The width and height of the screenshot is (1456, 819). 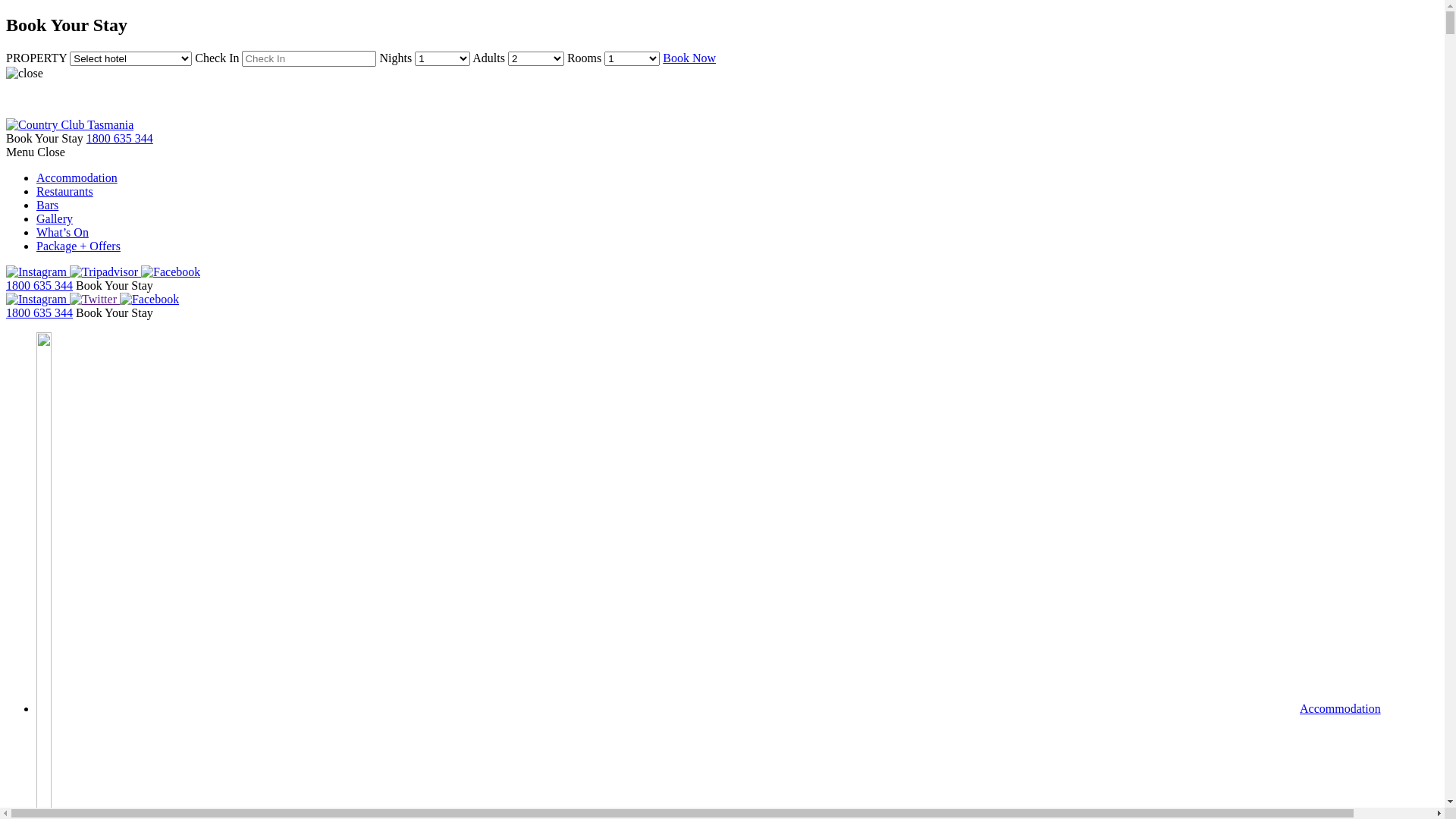 What do you see at coordinates (77, 245) in the screenshot?
I see `'Package + Offers'` at bounding box center [77, 245].